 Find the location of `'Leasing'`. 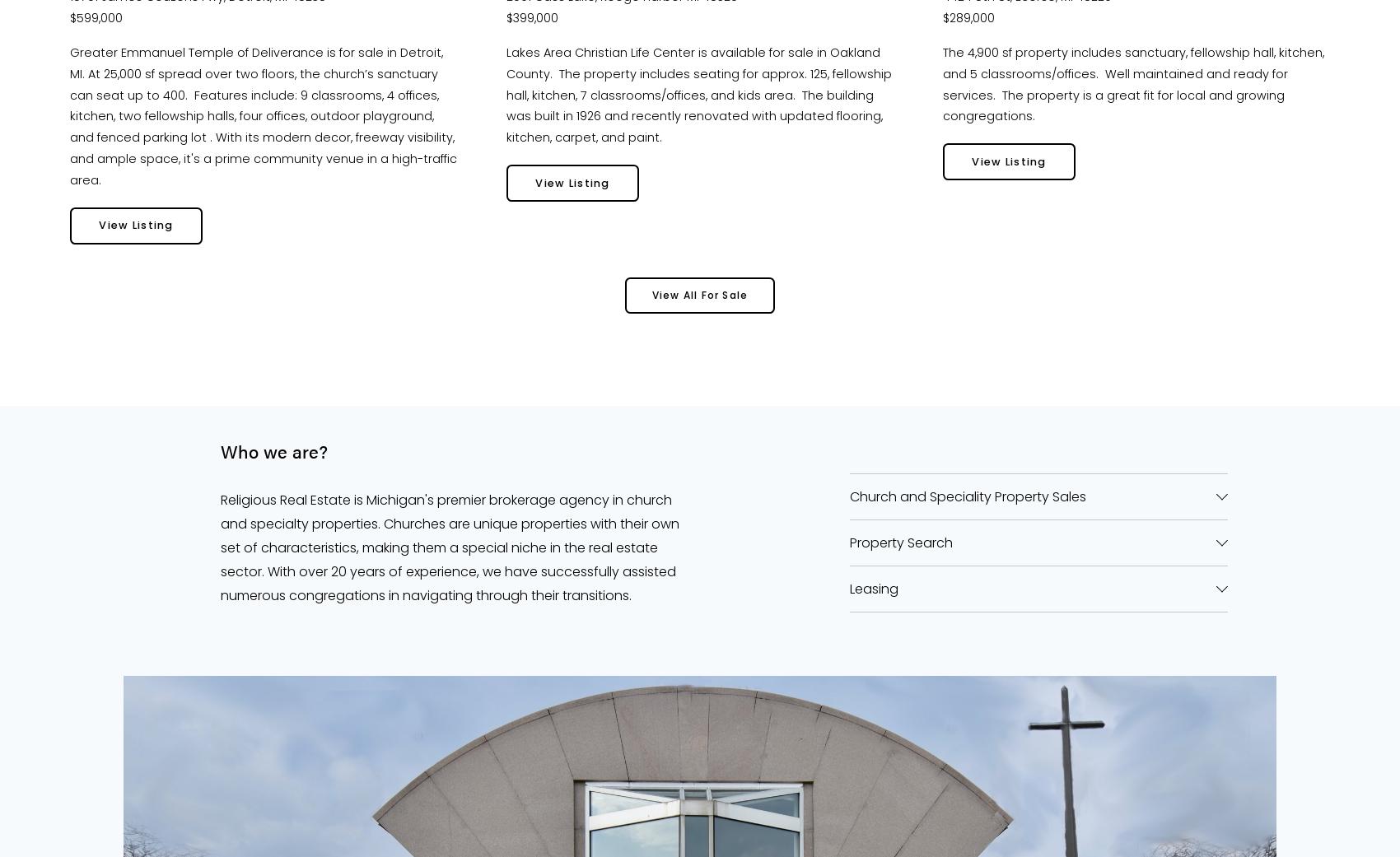

'Leasing' is located at coordinates (872, 587).